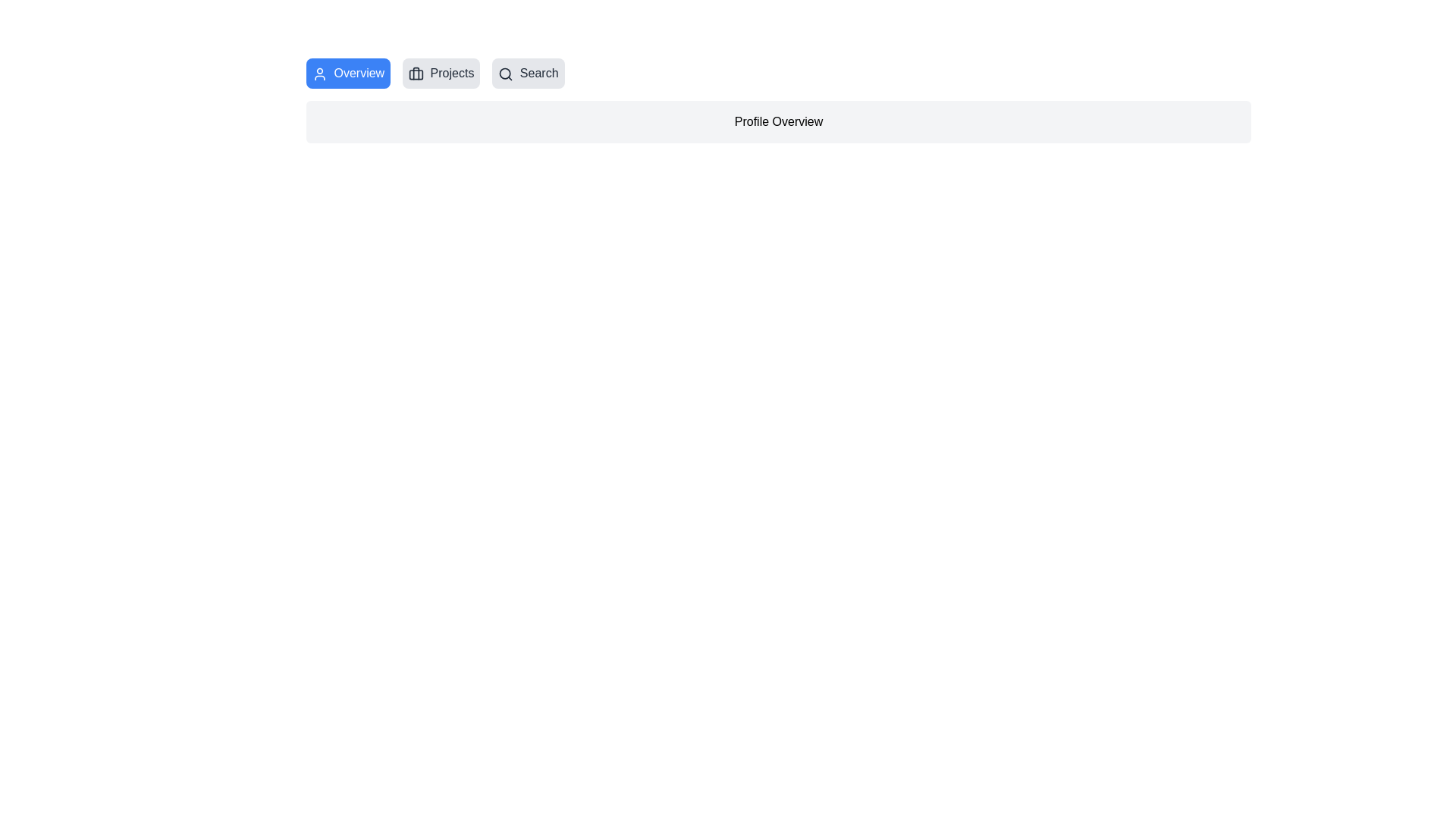 The width and height of the screenshot is (1456, 819). What do you see at coordinates (528, 73) in the screenshot?
I see `the Search tab by clicking on its corresponding button` at bounding box center [528, 73].